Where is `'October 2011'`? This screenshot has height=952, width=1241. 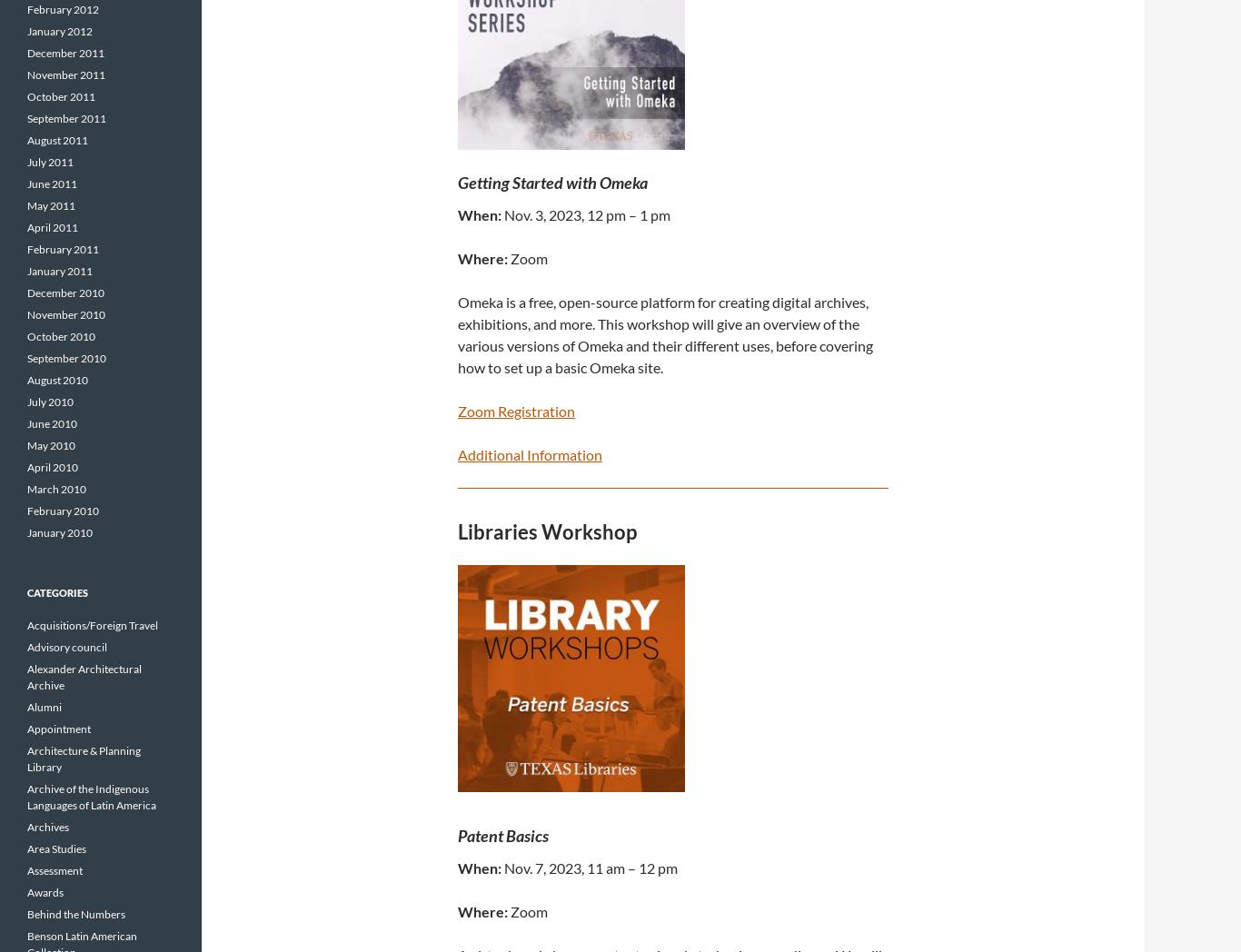 'October 2011' is located at coordinates (61, 95).